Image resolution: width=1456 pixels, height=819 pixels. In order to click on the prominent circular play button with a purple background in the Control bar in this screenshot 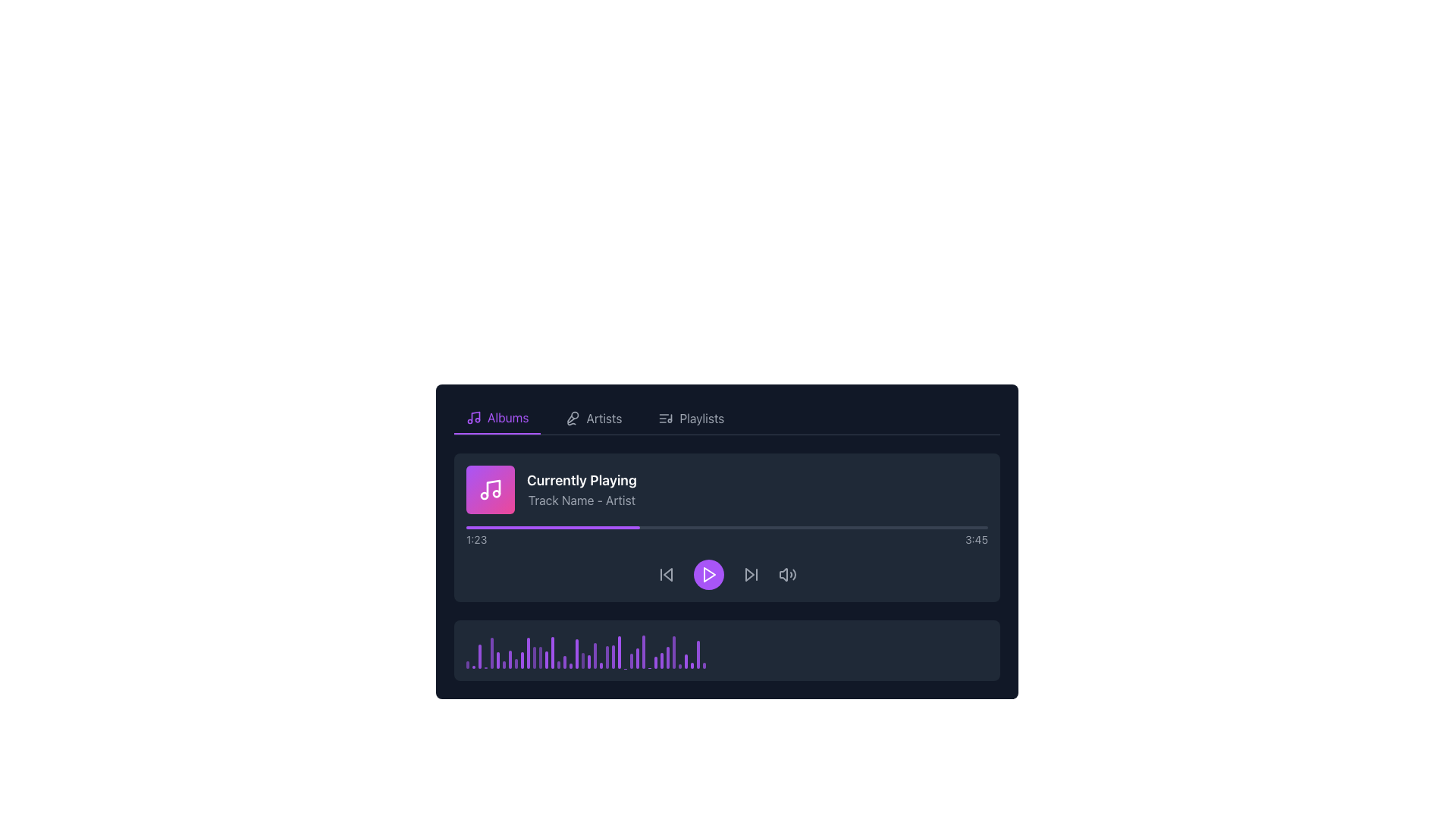, I will do `click(726, 575)`.